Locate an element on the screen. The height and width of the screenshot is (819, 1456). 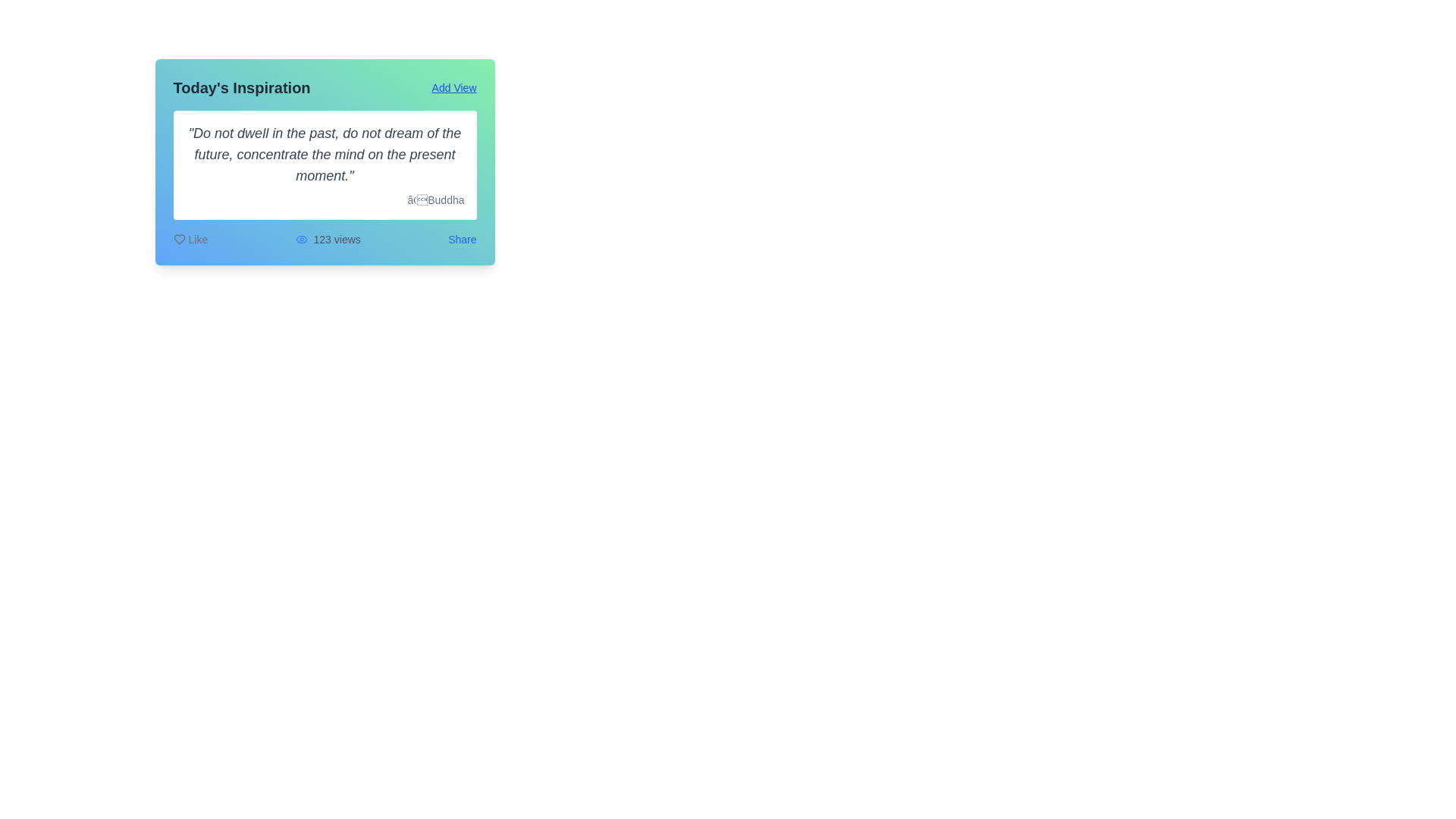
the 'like' status text label located to the right of the heart icon at the bottom left of the 'Today's Inspiration' card is located at coordinates (197, 239).